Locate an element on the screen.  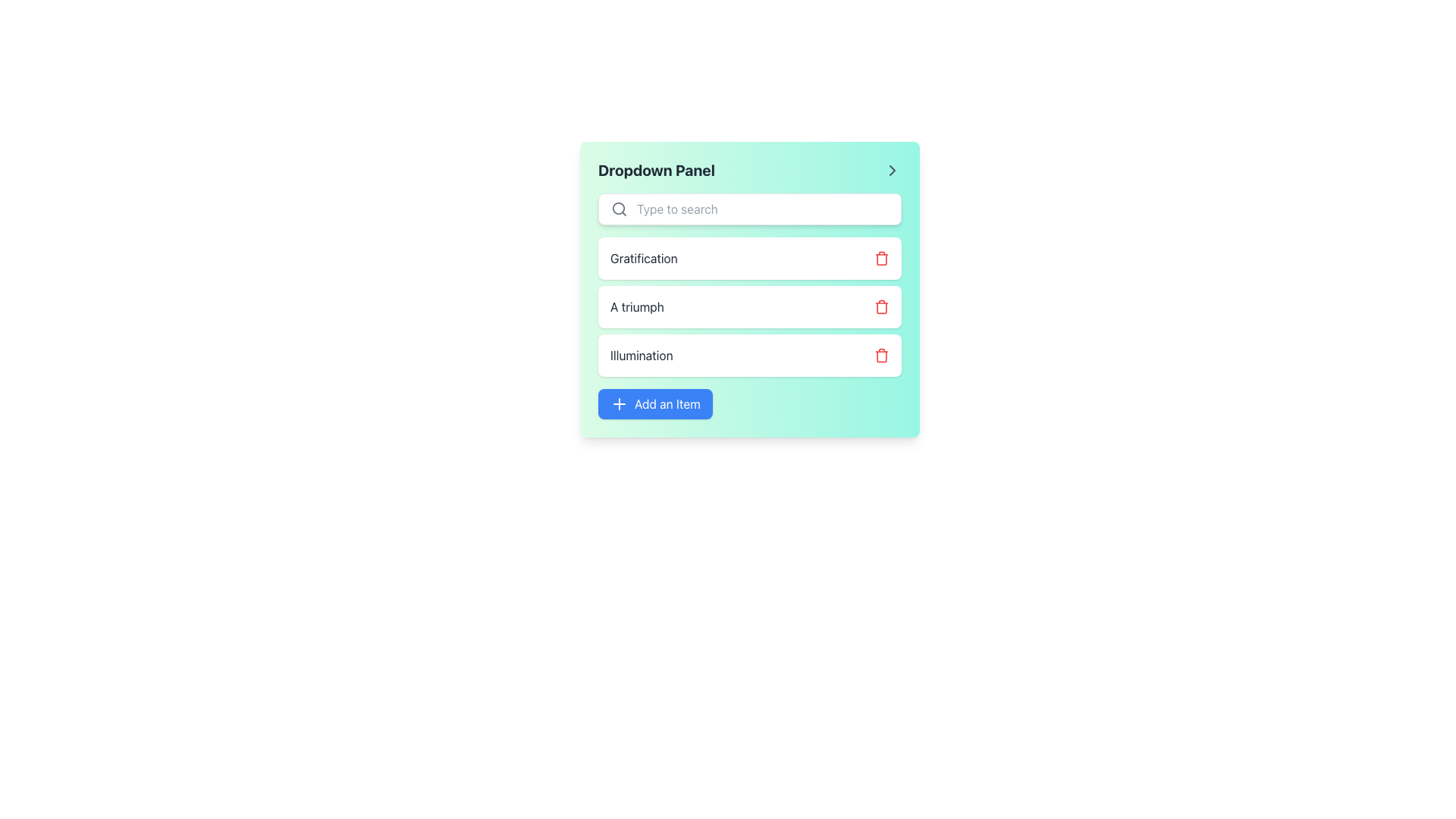
the list item labeled 'A triumph' which is the second item in the dropdown panel to possibly see more actions is located at coordinates (749, 306).